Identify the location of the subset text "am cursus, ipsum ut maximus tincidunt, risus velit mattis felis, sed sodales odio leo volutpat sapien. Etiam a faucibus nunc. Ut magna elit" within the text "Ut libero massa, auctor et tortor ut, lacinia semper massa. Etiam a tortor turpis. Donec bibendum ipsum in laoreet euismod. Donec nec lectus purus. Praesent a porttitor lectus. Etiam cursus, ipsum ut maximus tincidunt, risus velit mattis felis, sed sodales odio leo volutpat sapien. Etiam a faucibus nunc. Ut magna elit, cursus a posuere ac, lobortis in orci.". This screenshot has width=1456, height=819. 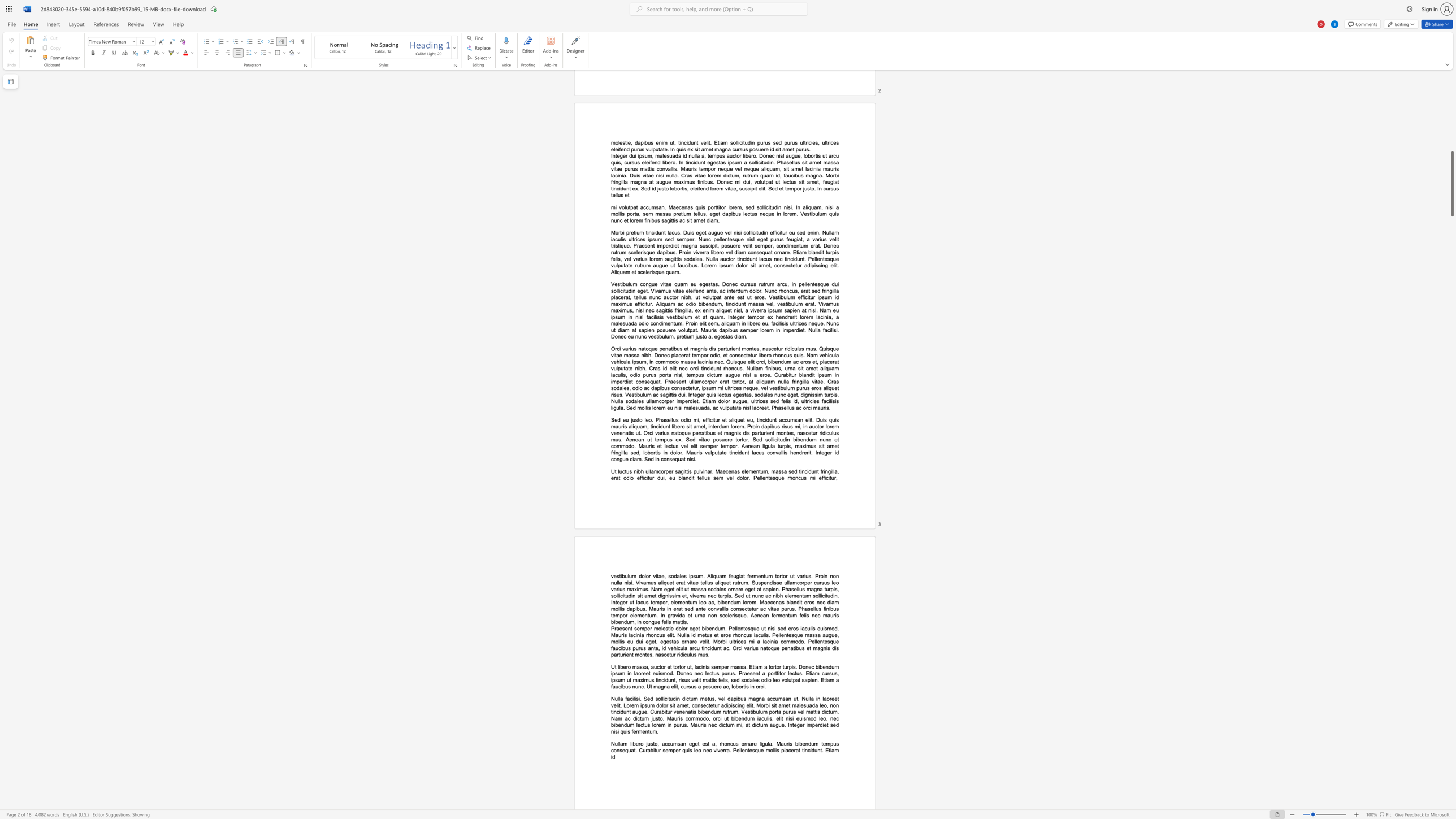
(812, 673).